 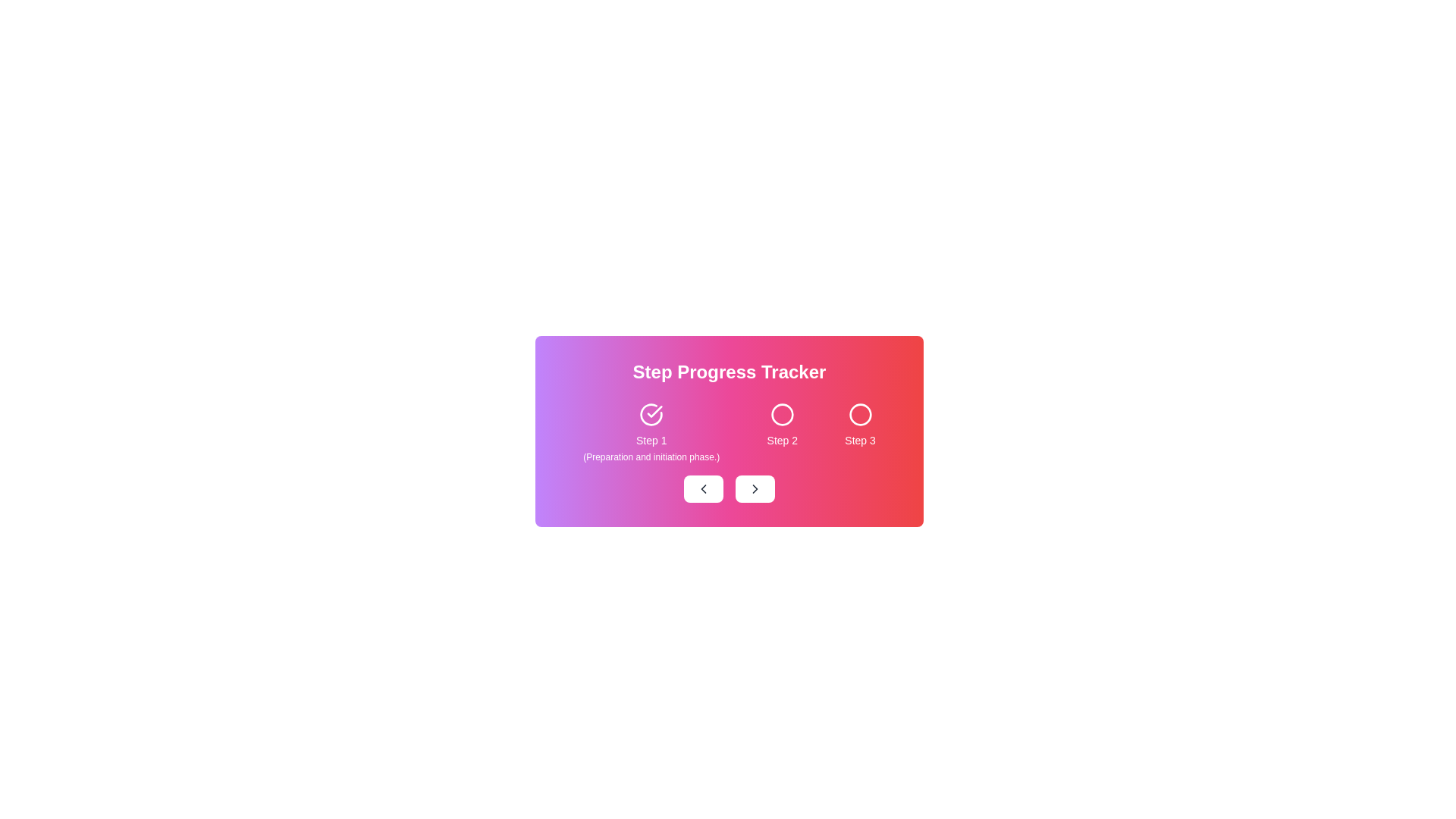 What do you see at coordinates (702, 488) in the screenshot?
I see `the leftward chevron-shaped arrow icon used for navigation in the bottom left of the horizontal step progress tracker interface` at bounding box center [702, 488].